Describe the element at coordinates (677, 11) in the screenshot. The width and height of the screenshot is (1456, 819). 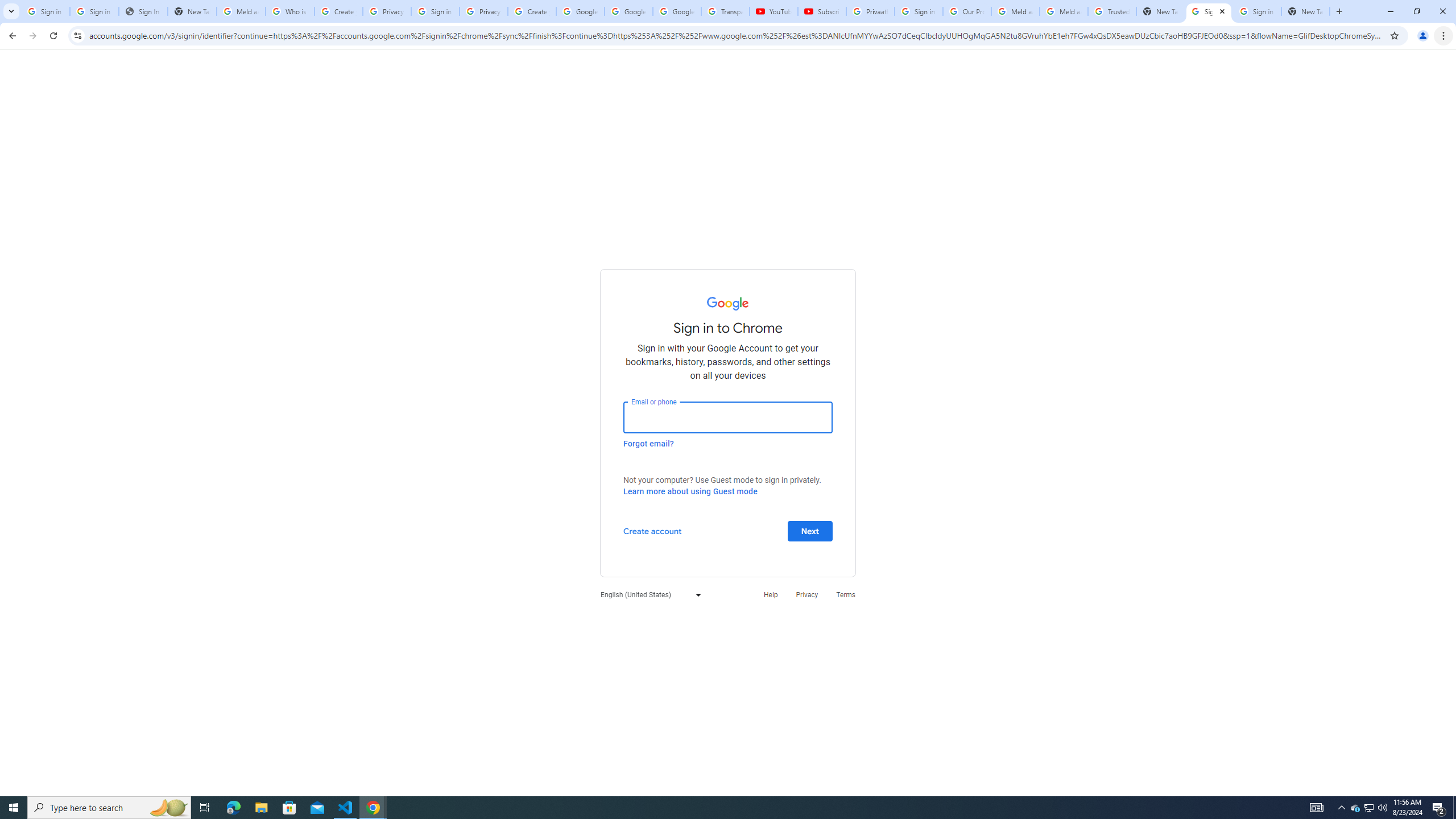
I see `'Google Account'` at that location.